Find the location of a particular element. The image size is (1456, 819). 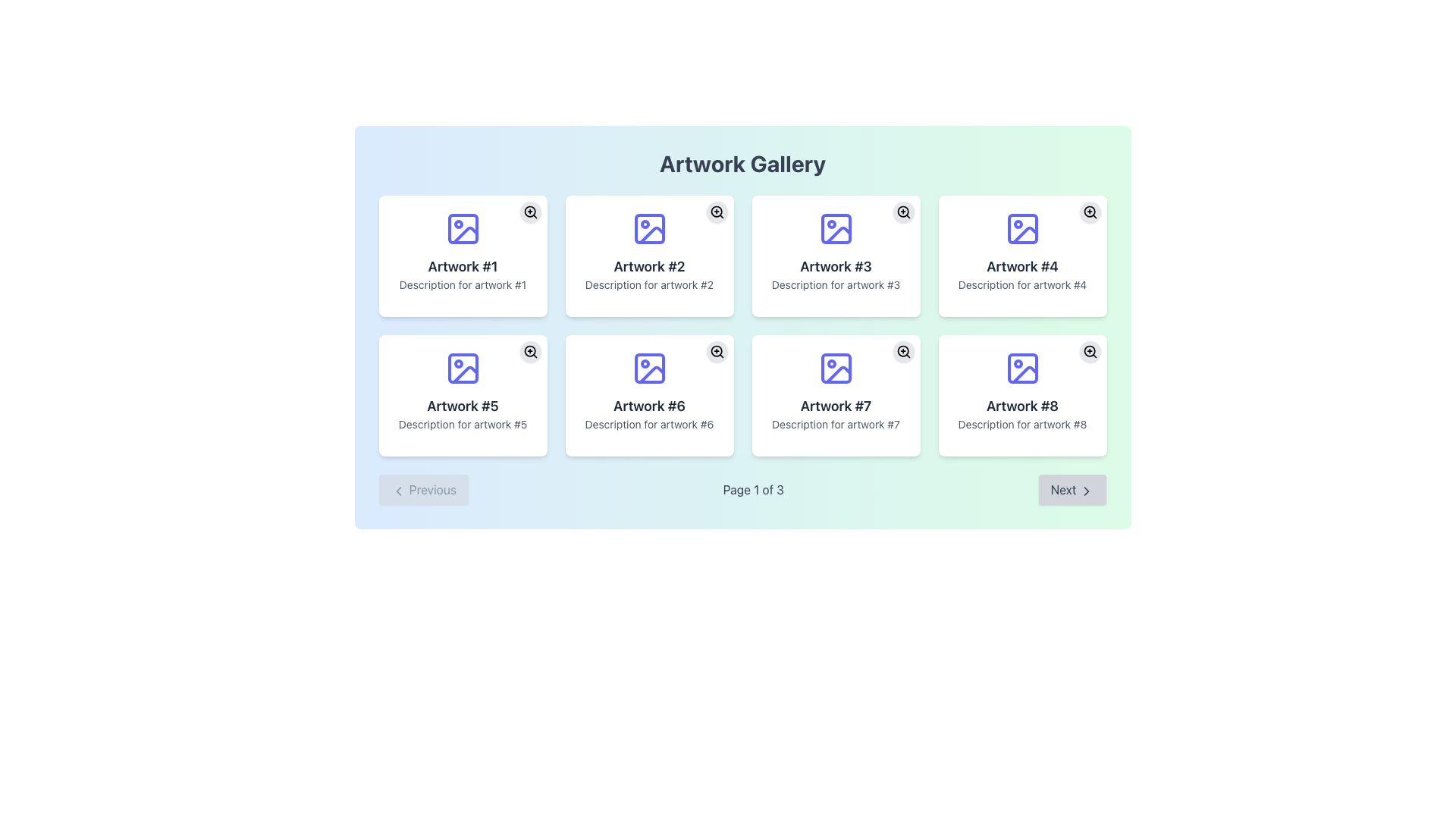

the interactive button for zooming into 'Artwork #1', located at the top-right corner of the corresponding artwork card to trigger the hover effect is located at coordinates (530, 212).